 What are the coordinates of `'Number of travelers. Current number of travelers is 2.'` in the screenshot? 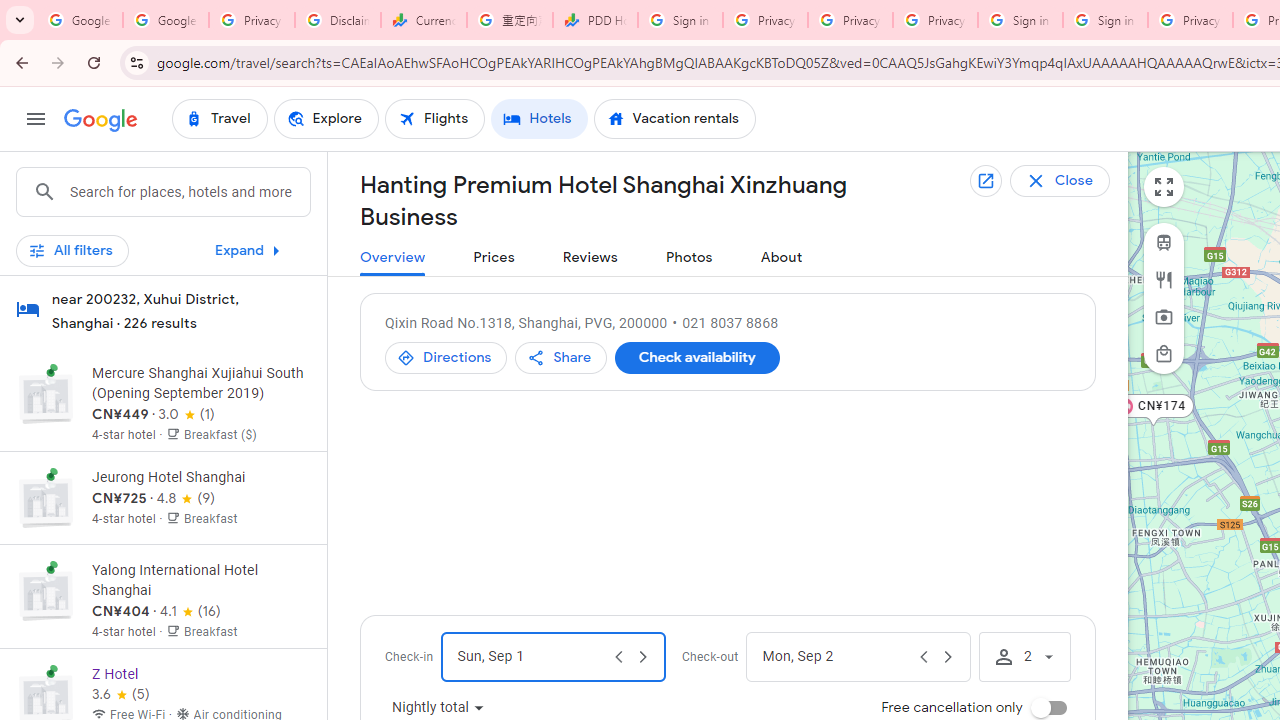 It's located at (1024, 657).